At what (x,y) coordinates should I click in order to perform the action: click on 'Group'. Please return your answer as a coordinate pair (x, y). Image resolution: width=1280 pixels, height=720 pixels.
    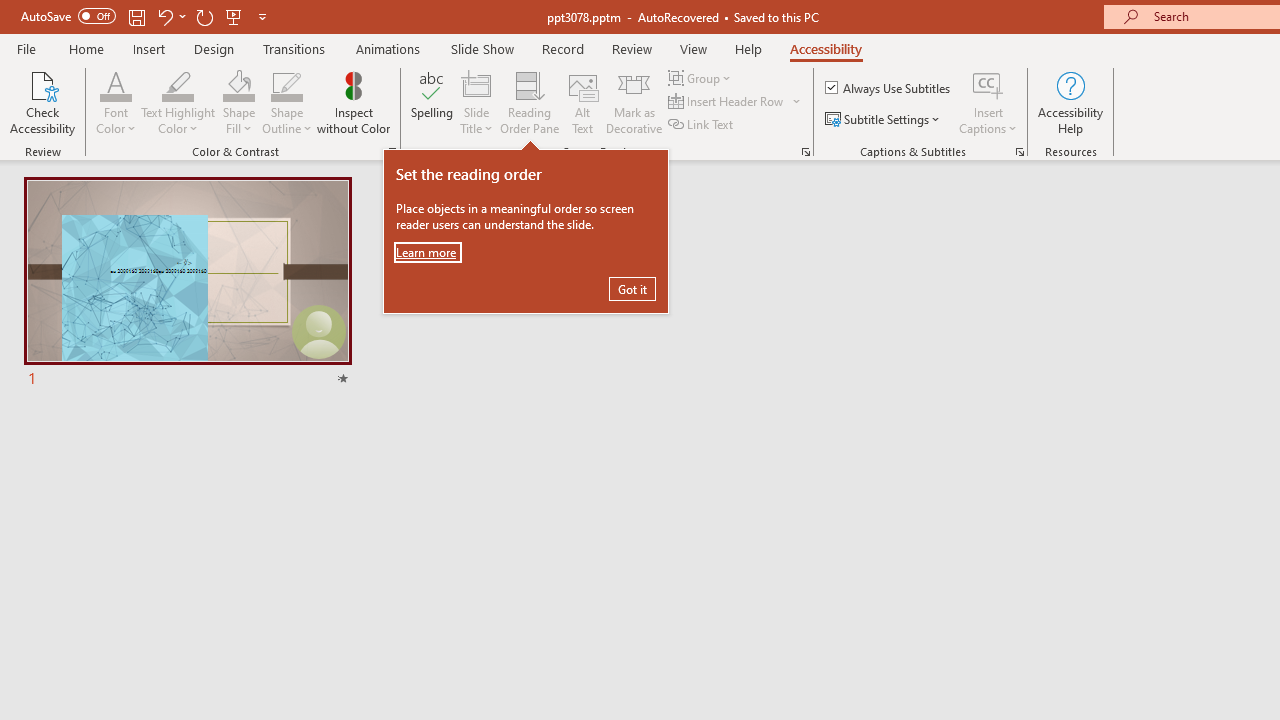
    Looking at the image, I should click on (702, 77).